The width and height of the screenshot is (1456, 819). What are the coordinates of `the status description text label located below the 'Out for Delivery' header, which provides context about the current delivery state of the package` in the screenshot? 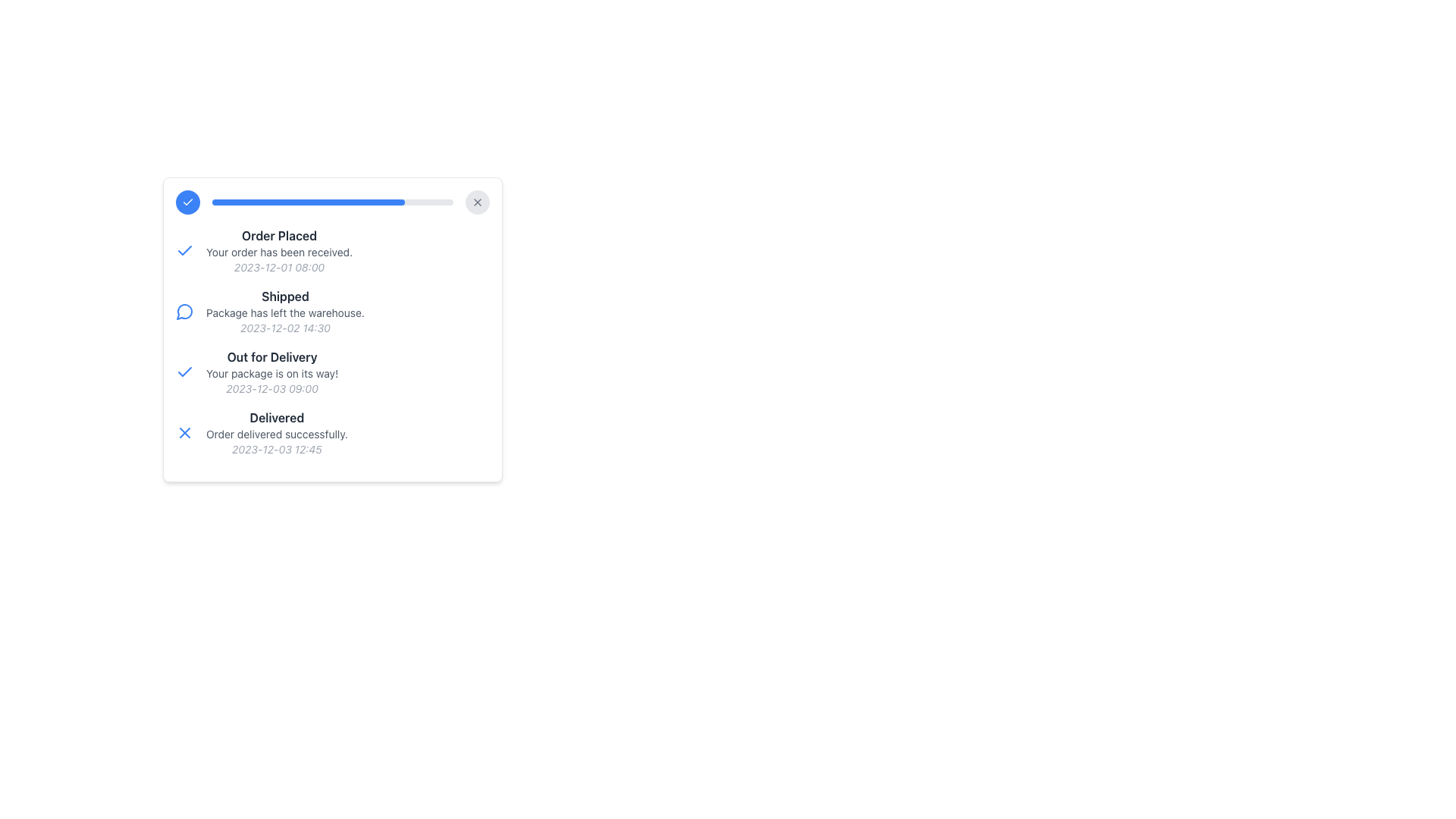 It's located at (272, 374).